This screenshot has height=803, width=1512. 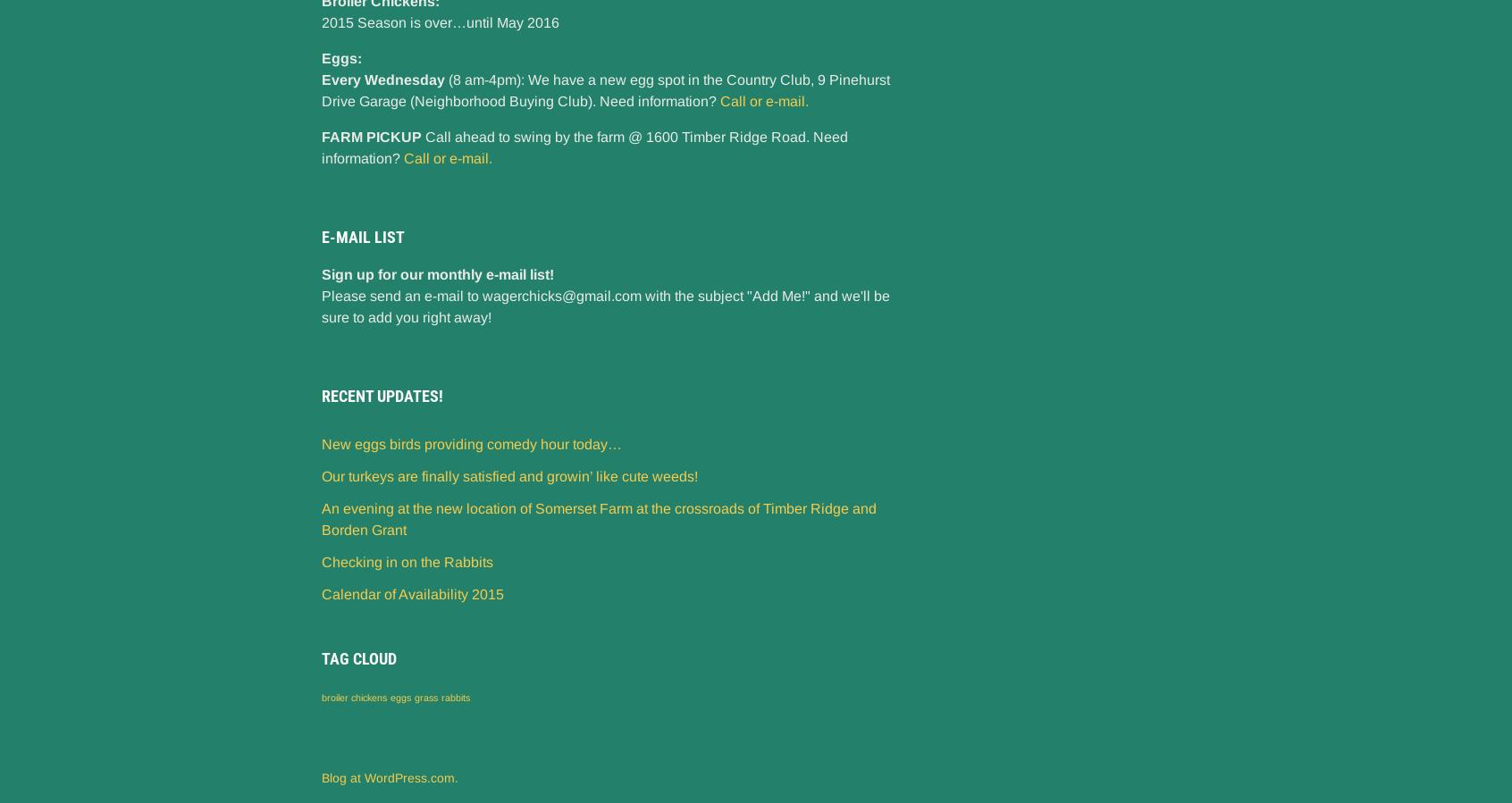 What do you see at coordinates (584, 147) in the screenshot?
I see `'Call ahead to swing by the farm @ 1600 Timber Ridge Road. Need information?'` at bounding box center [584, 147].